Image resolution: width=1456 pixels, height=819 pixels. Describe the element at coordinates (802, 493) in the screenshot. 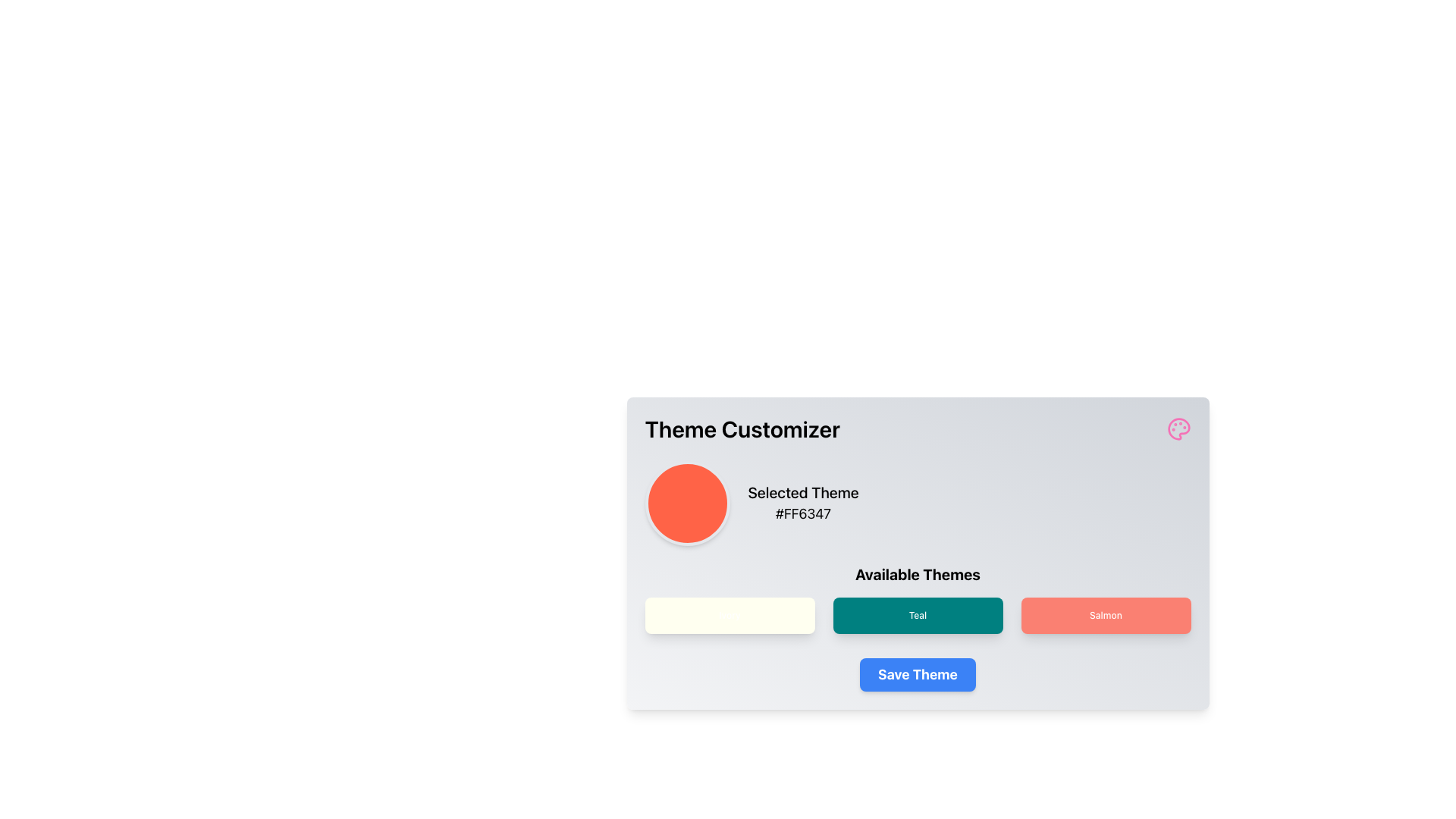

I see `the text label indicating the currently selected theme, which is positioned near the upper-right corner of the color representation circle in the theme customization section` at that location.